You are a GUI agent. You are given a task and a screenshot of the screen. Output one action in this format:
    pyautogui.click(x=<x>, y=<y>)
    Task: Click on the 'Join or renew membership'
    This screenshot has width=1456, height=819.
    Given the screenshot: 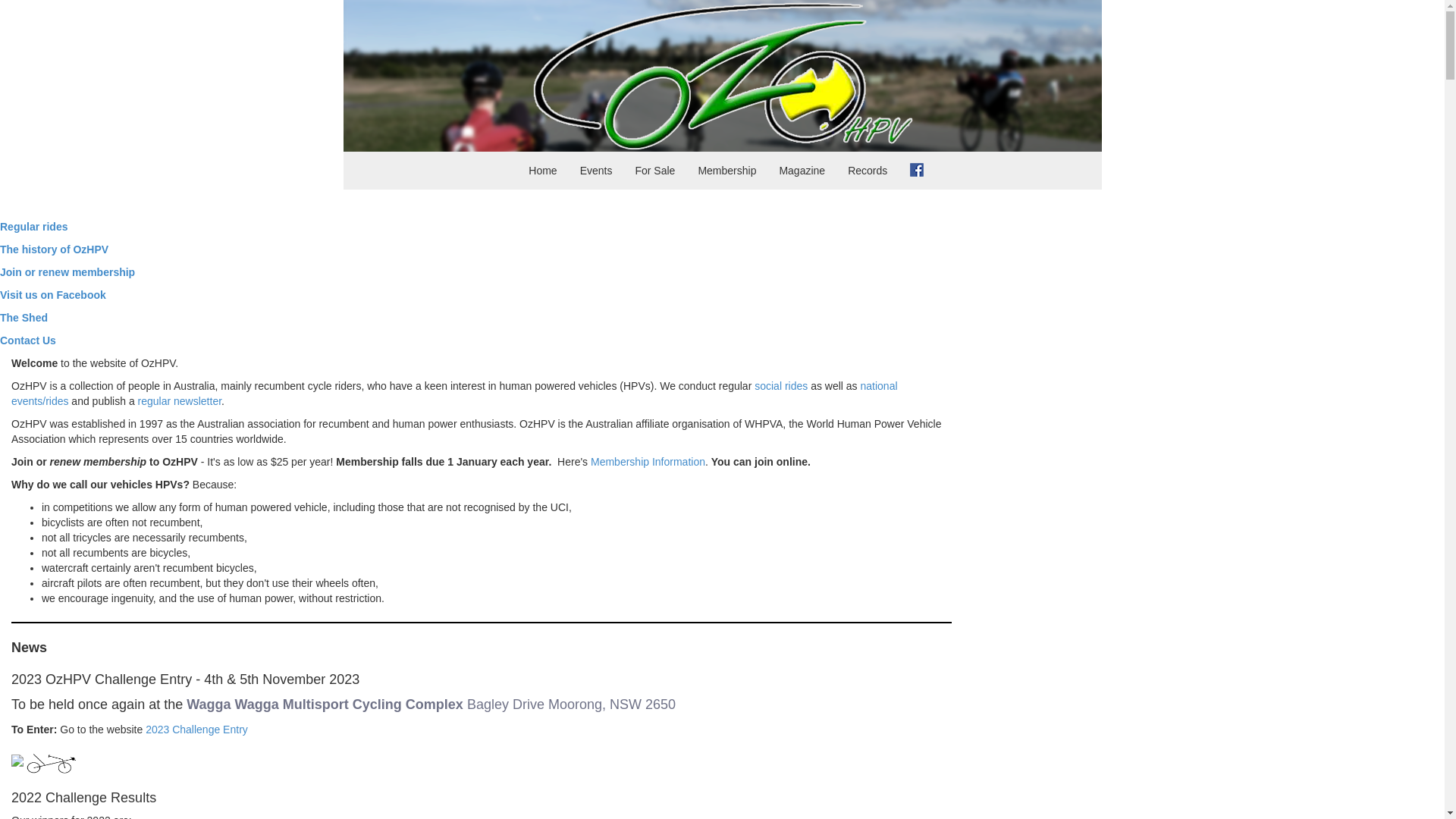 What is the action you would take?
    pyautogui.click(x=67, y=271)
    